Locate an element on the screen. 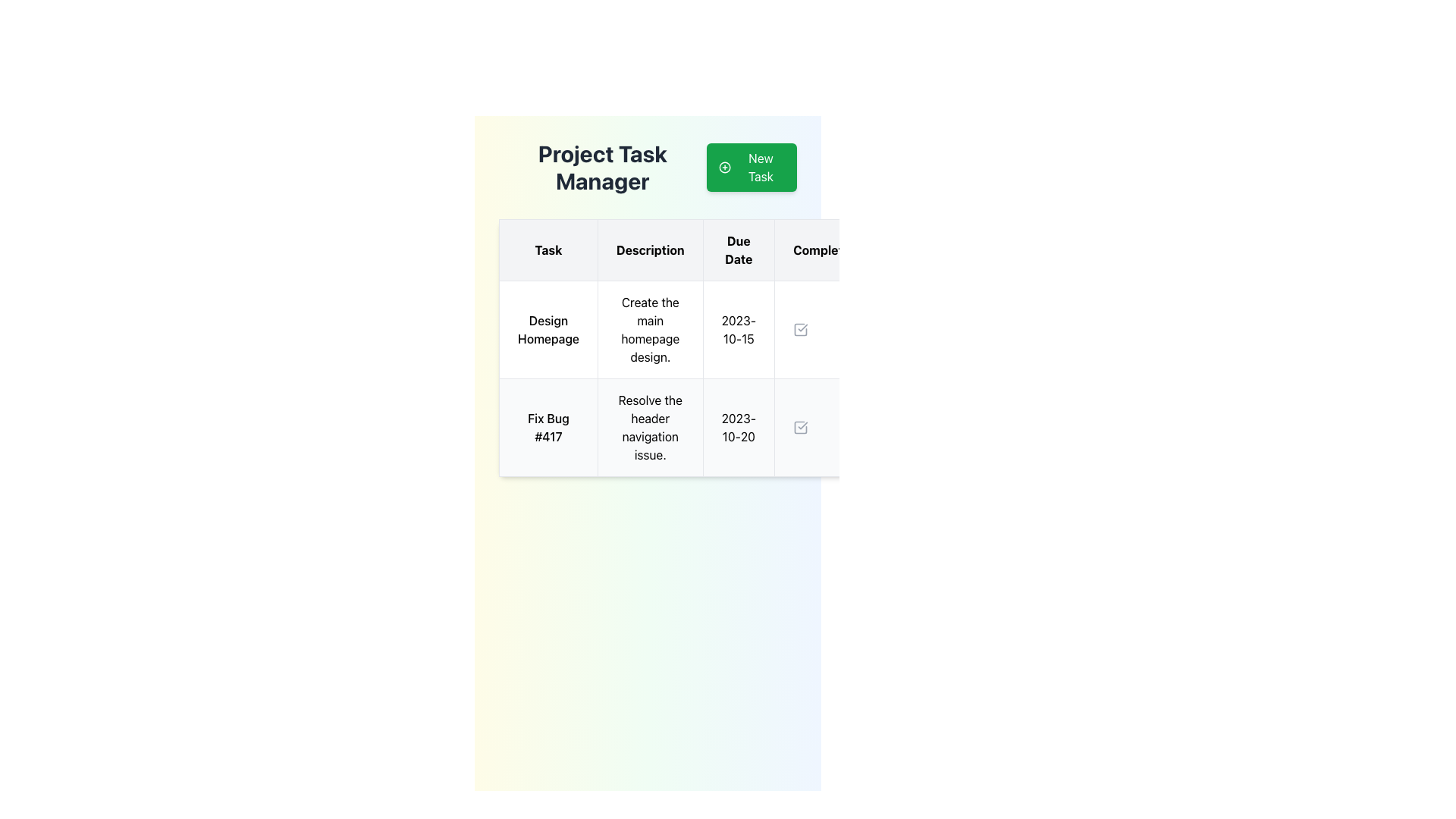 This screenshot has width=1456, height=819. the checkbox in the 'Complete' column associated with the 'Design Homepage' task is located at coordinates (800, 329).